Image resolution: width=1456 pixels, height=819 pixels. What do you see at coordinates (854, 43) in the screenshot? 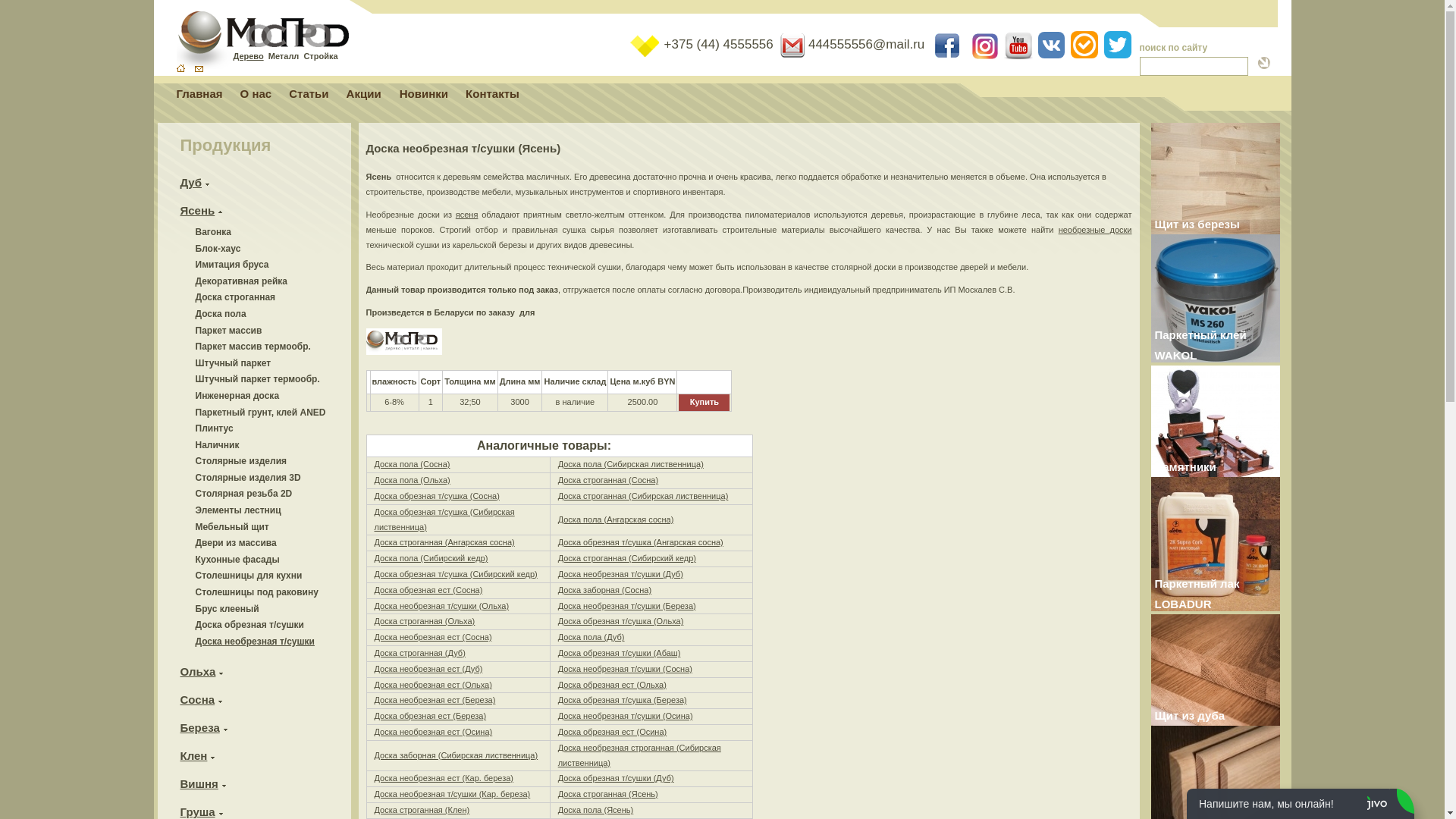
I see `' 444555556@mail.ru'` at bounding box center [854, 43].